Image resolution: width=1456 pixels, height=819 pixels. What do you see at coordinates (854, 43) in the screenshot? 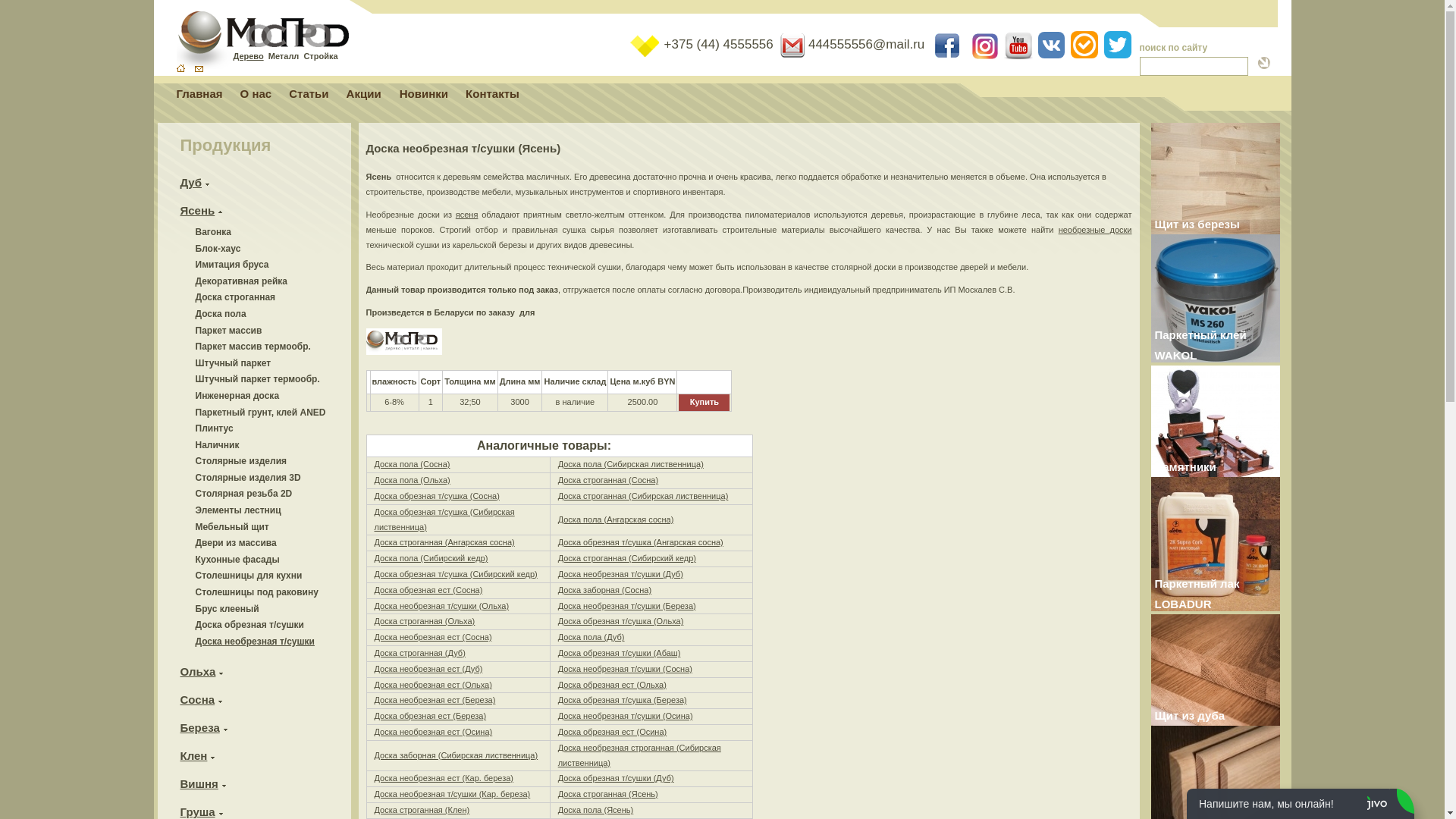
I see `' 444555556@mail.ru'` at bounding box center [854, 43].